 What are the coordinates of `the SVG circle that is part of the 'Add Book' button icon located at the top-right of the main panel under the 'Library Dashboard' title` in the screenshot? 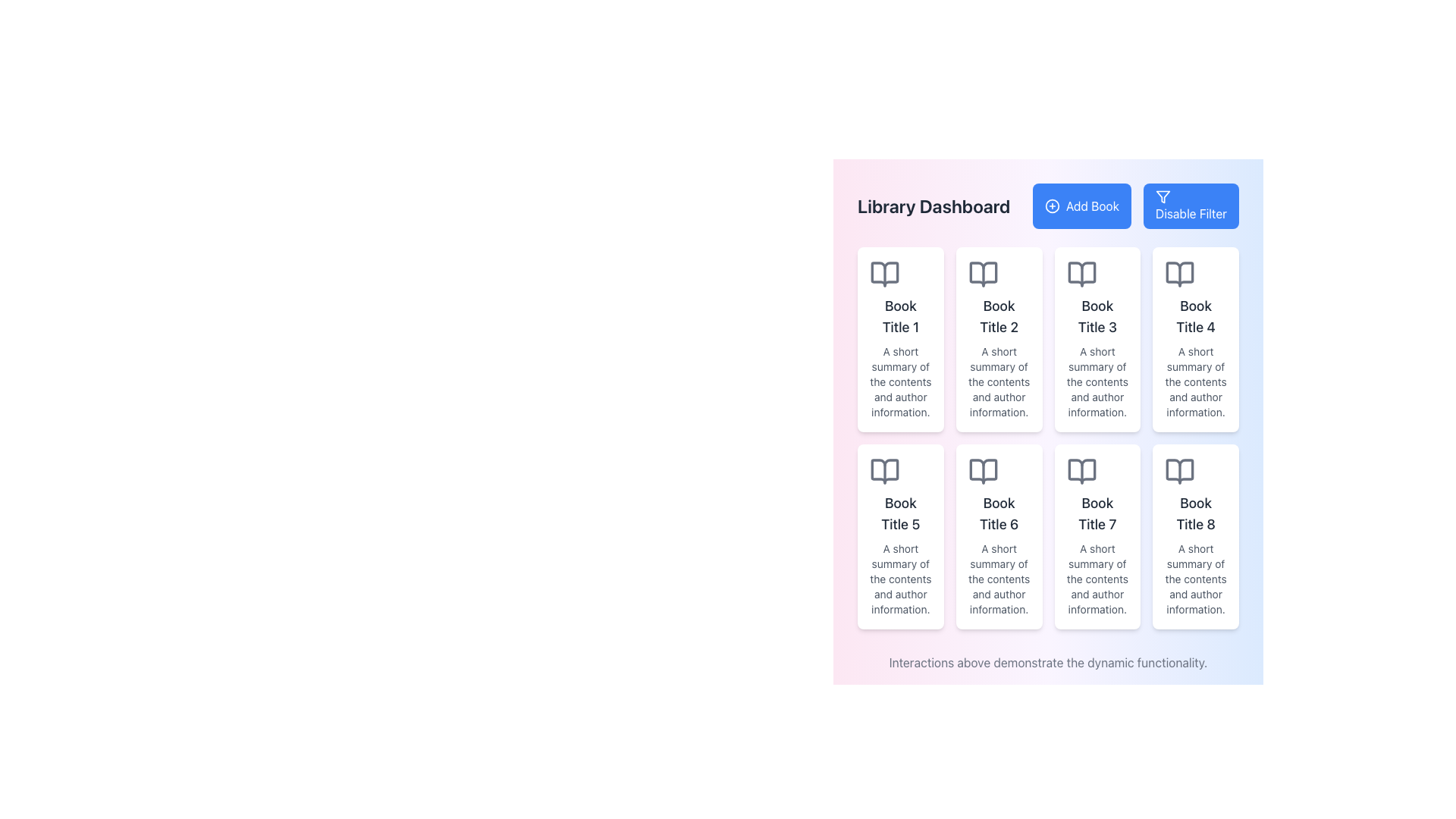 It's located at (1051, 206).